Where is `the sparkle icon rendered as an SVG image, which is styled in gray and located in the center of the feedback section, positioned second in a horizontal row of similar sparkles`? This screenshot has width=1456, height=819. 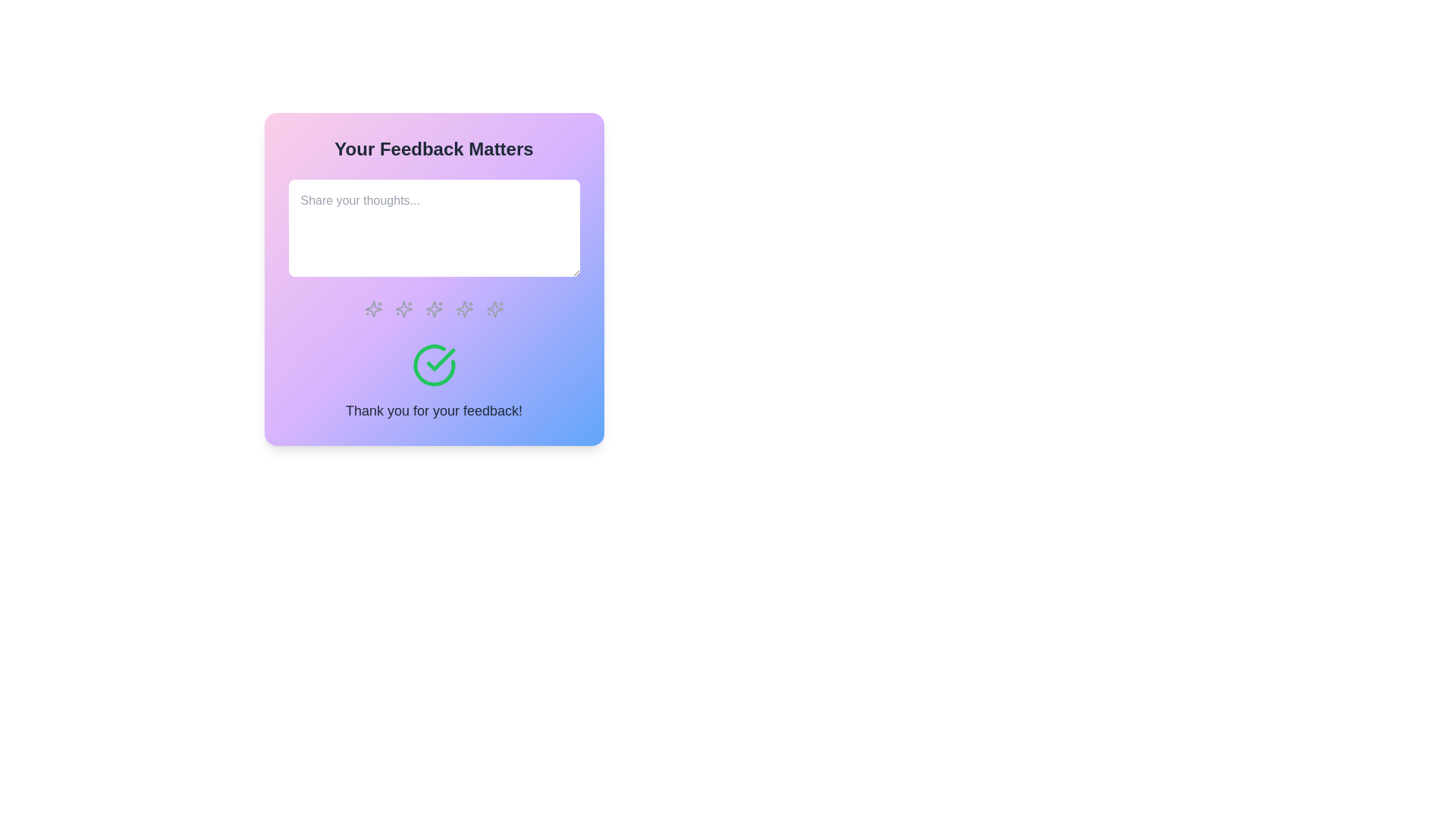
the sparkle icon rendered as an SVG image, which is styled in gray and located in the center of the feedback section, positioned second in a horizontal row of similar sparkles is located at coordinates (403, 309).